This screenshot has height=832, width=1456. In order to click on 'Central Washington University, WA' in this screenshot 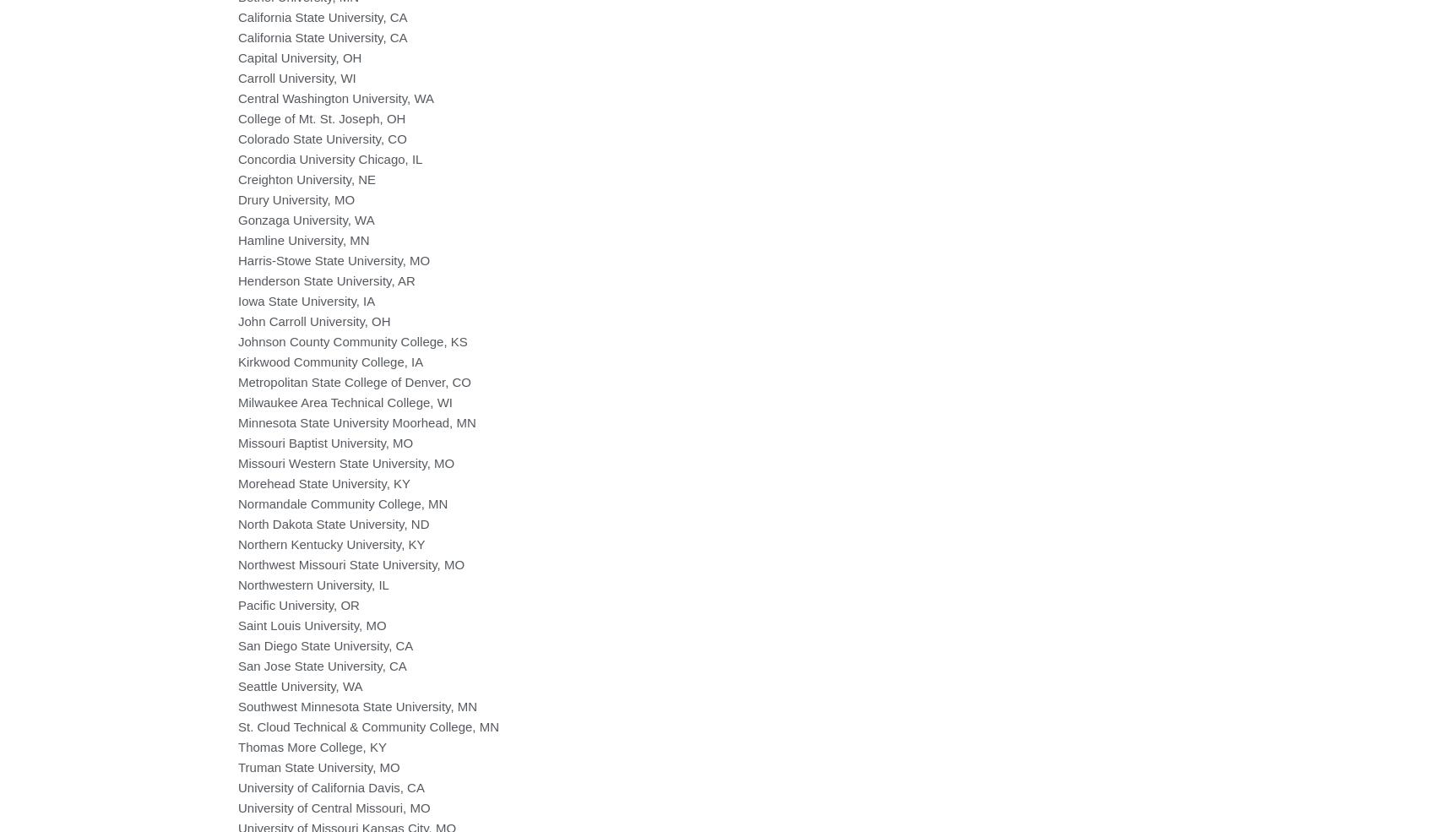, I will do `click(335, 97)`.